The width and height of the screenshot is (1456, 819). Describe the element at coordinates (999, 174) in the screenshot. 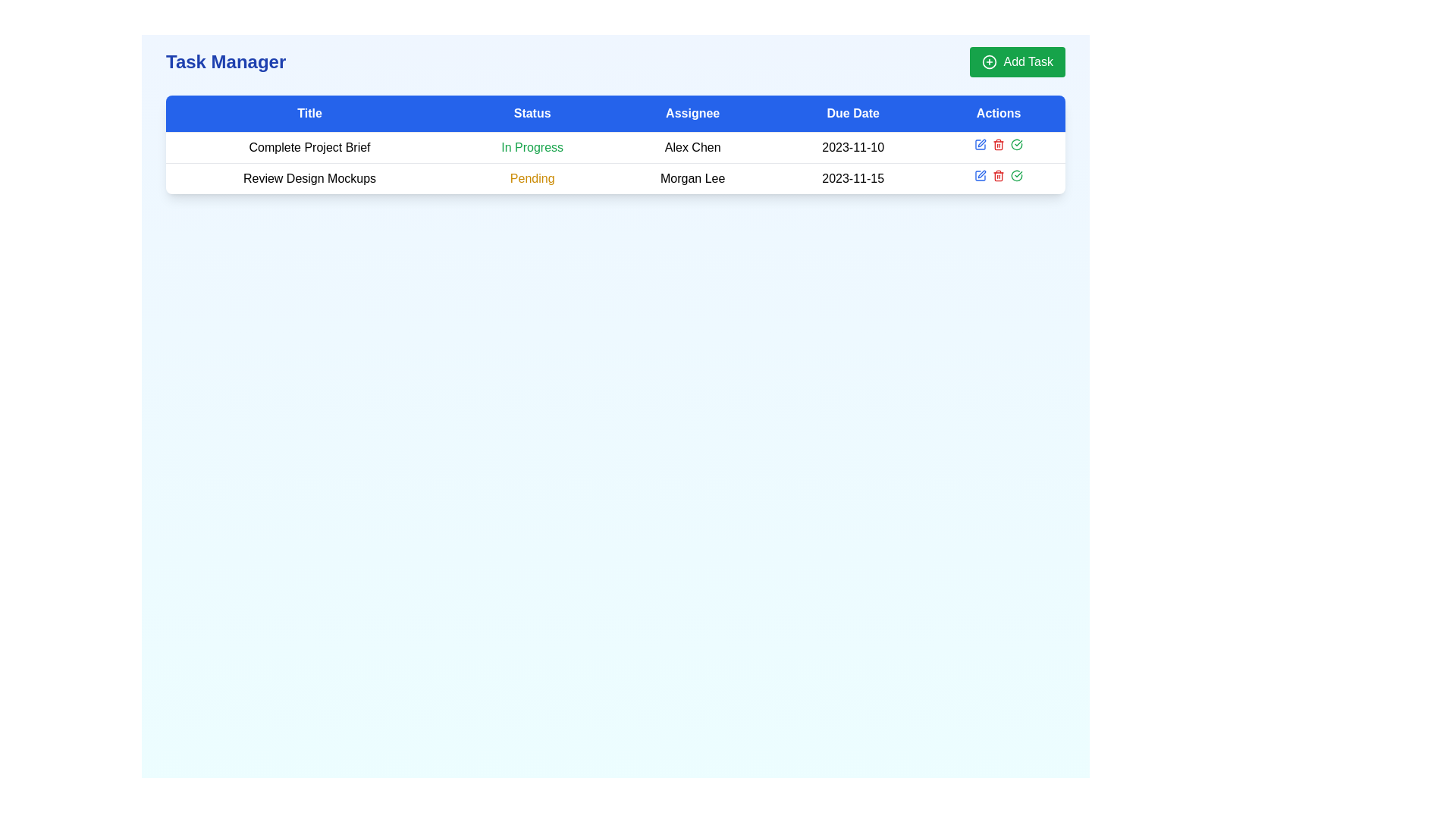

I see `the delete button located in the 'Actions' column of the last row in the task table` at that location.